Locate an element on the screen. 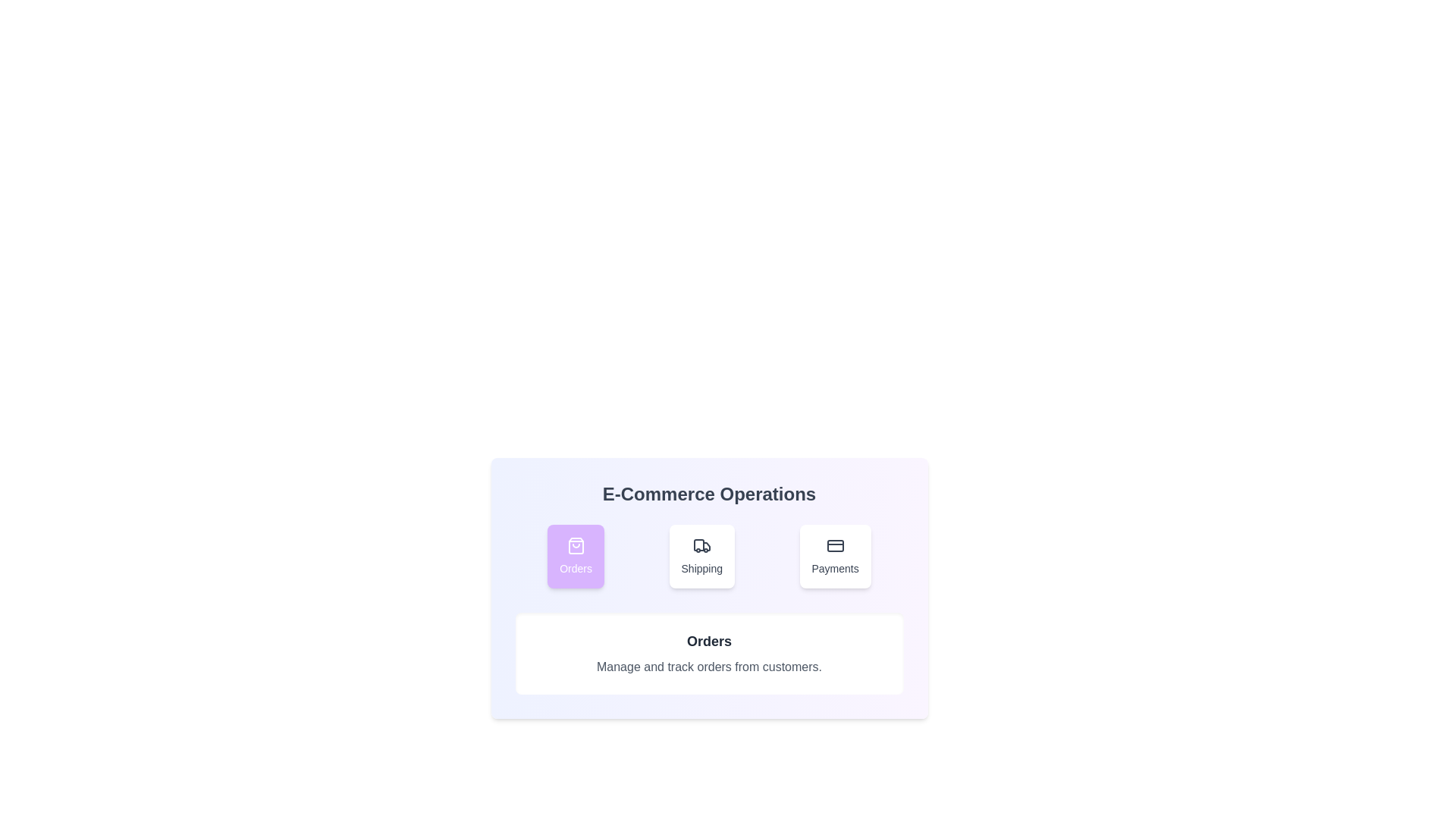 Image resolution: width=1456 pixels, height=819 pixels. text from the label that displays 'Orders', which is centrally aligned below the shopping bag icon within a square card widget is located at coordinates (575, 568).